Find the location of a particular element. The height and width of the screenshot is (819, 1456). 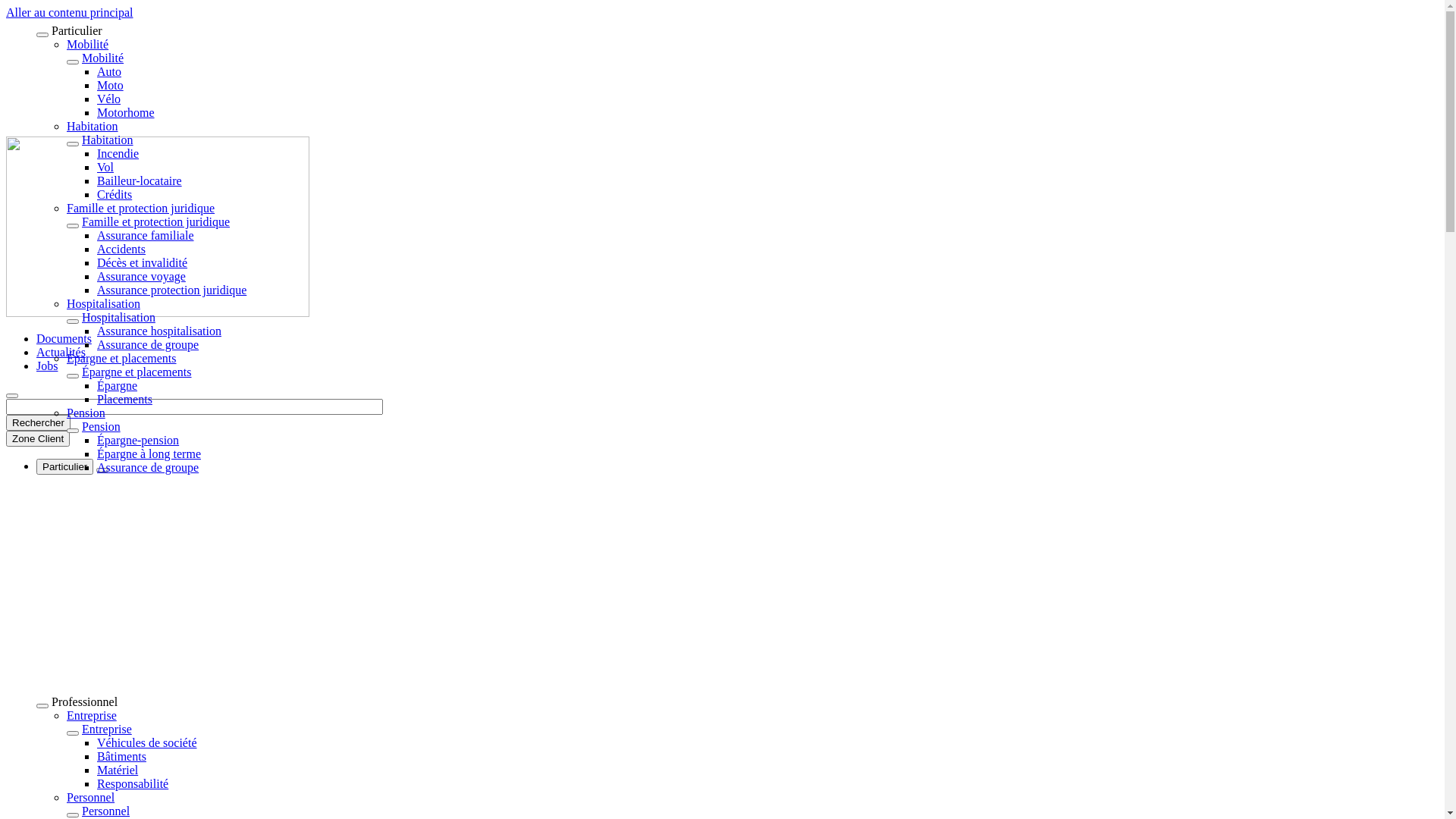

'Assurance protection juridique' is located at coordinates (171, 290).